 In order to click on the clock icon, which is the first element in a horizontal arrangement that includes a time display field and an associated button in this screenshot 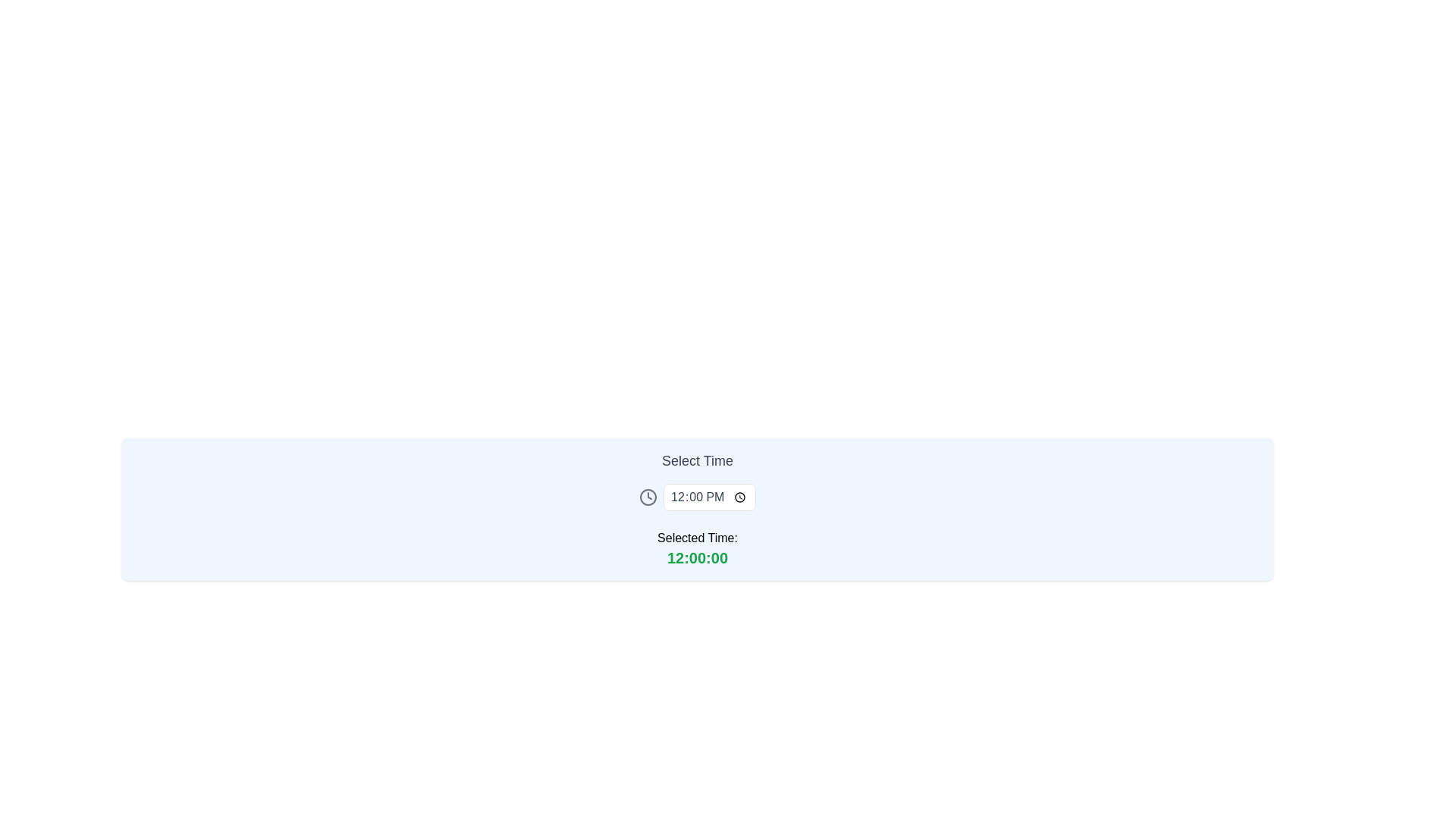, I will do `click(648, 497)`.